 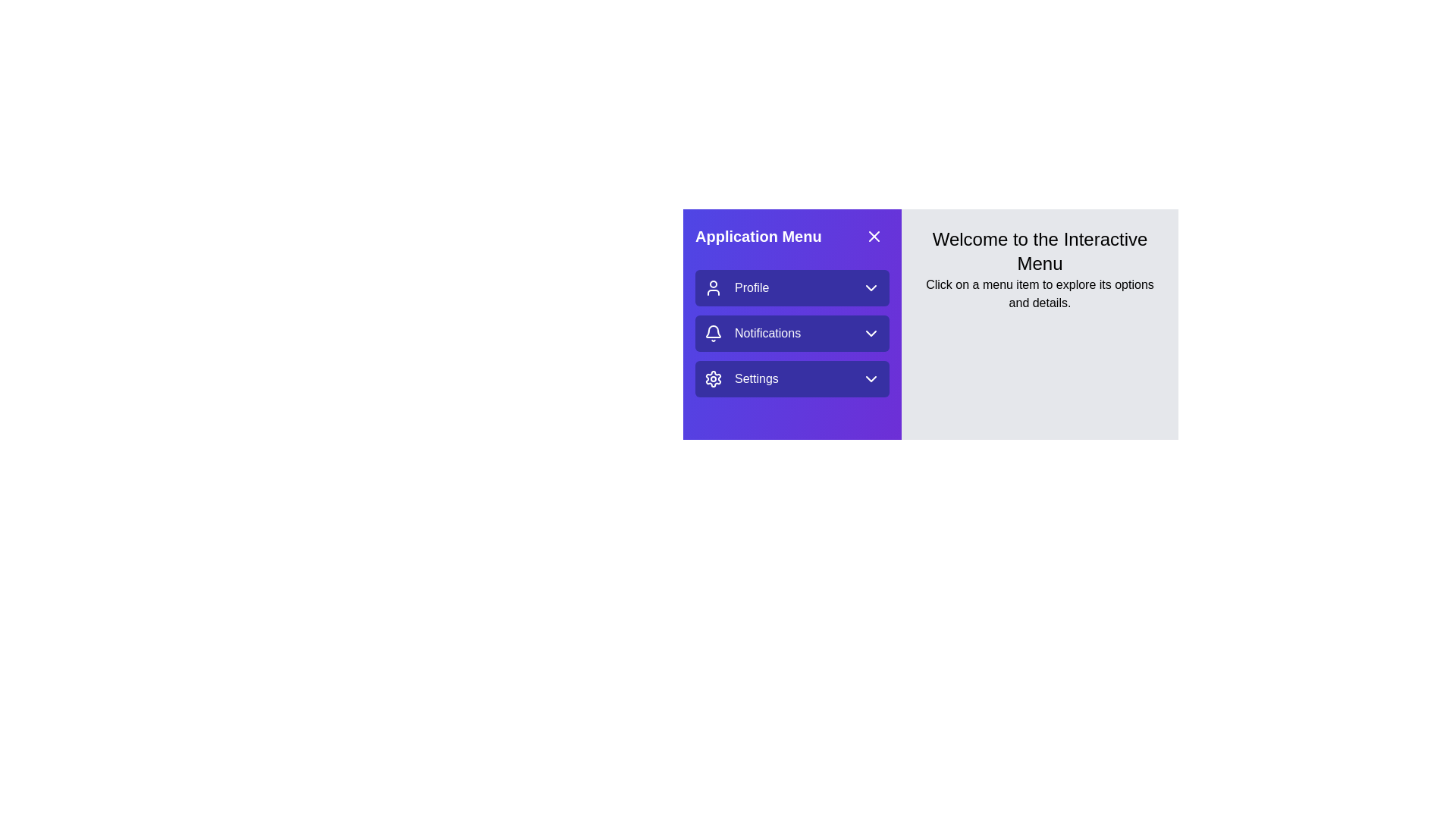 What do you see at coordinates (712, 331) in the screenshot?
I see `the curved part of the bell icon located within the 'Application Menu', which is the second icon next to 'Notifications'` at bounding box center [712, 331].